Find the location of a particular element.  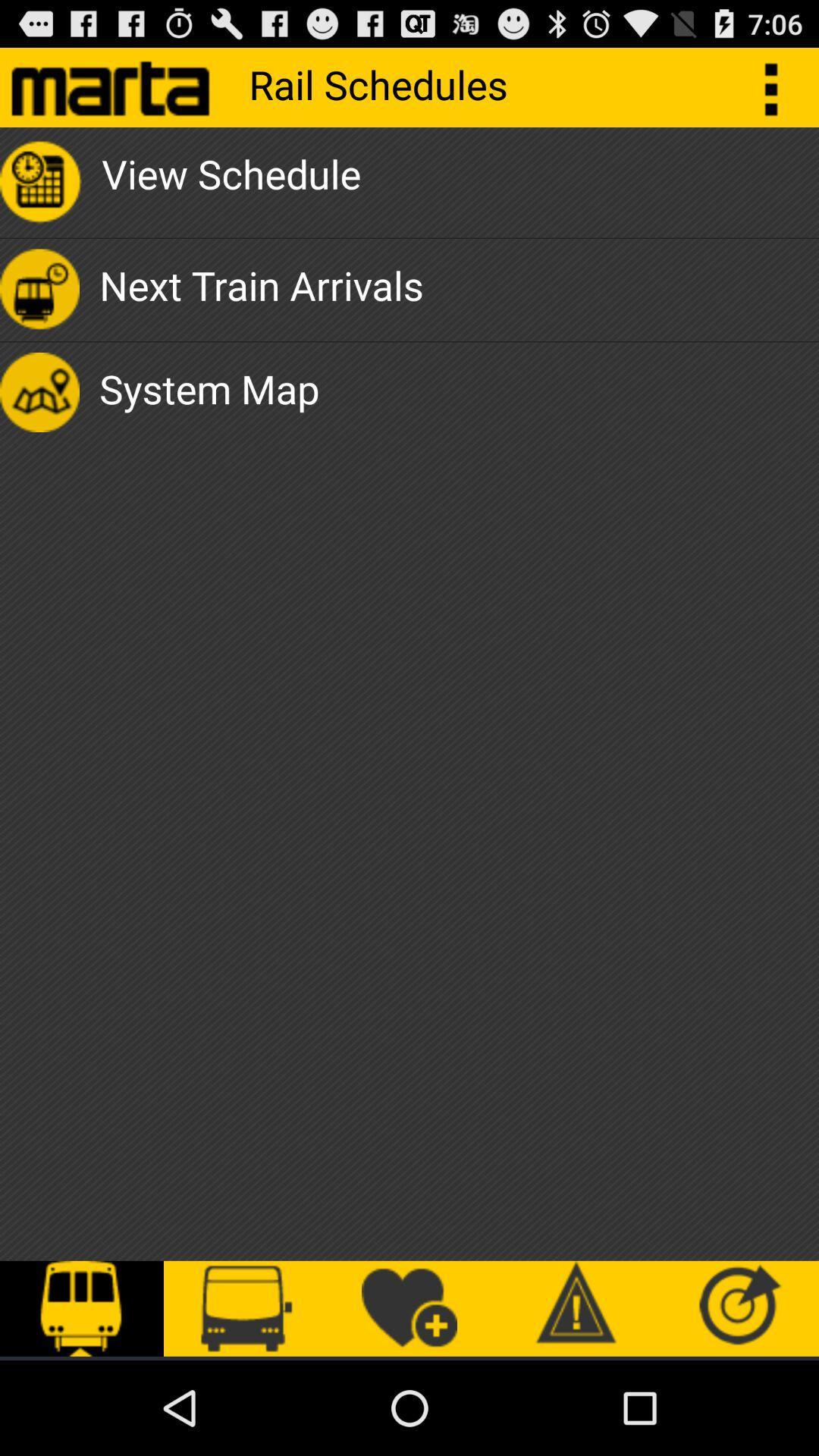

the bottom left icon is located at coordinates (82, 1308).